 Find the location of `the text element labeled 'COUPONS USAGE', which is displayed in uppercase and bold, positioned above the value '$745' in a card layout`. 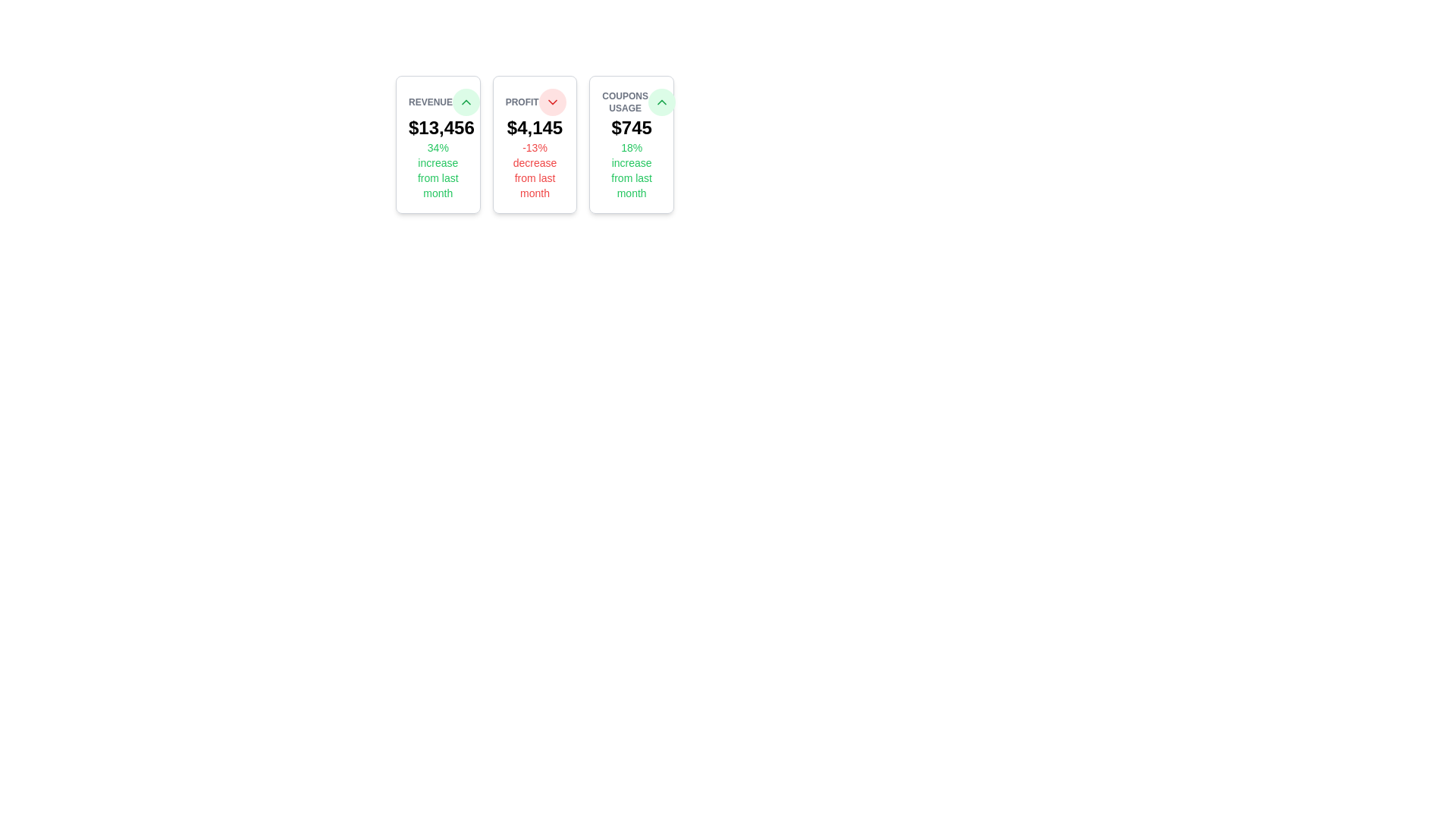

the text element labeled 'COUPONS USAGE', which is displayed in uppercase and bold, positioned above the value '$745' in a card layout is located at coordinates (632, 102).